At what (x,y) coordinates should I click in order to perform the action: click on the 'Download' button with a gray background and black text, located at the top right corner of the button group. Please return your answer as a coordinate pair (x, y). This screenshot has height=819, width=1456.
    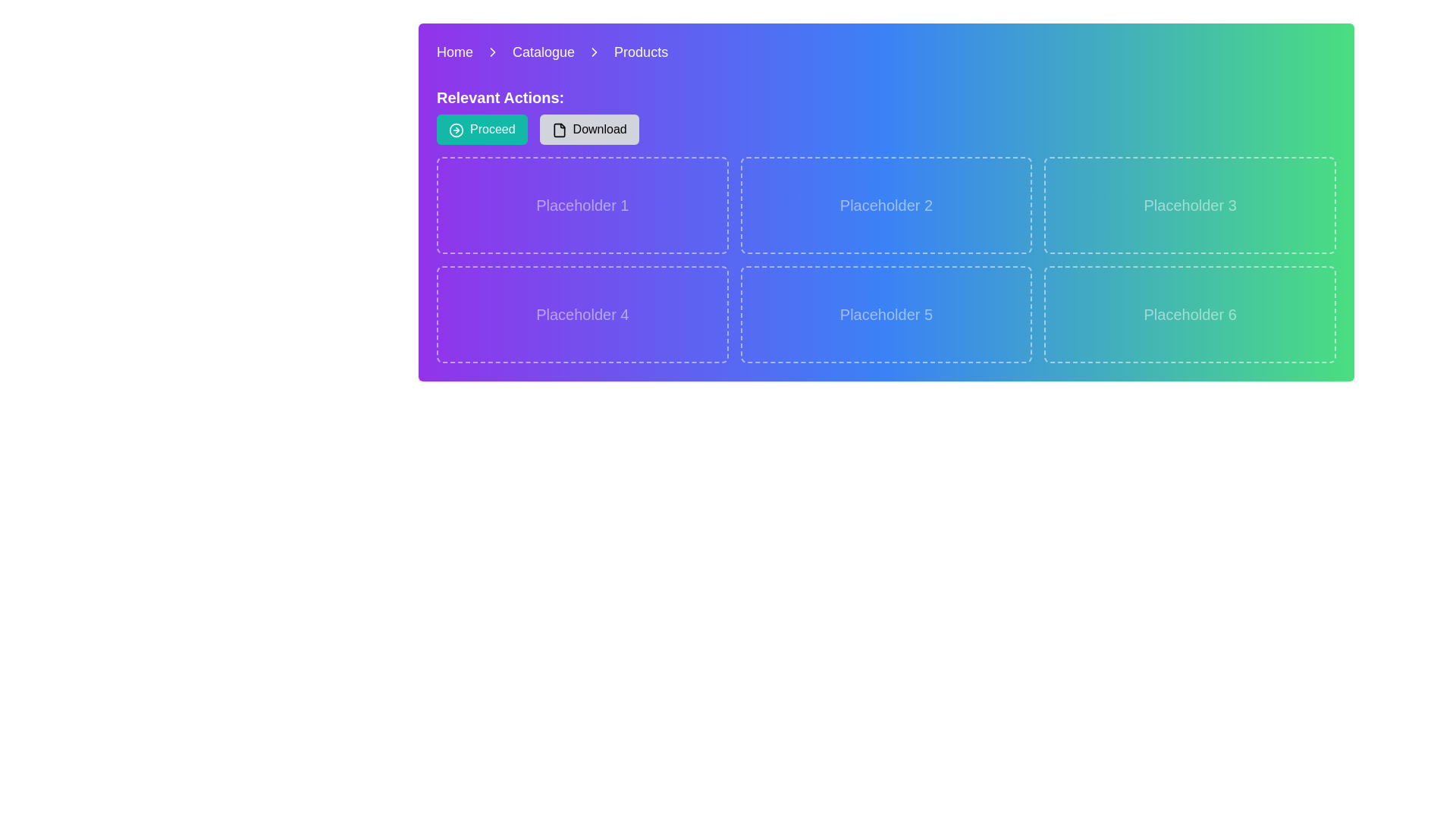
    Looking at the image, I should click on (588, 128).